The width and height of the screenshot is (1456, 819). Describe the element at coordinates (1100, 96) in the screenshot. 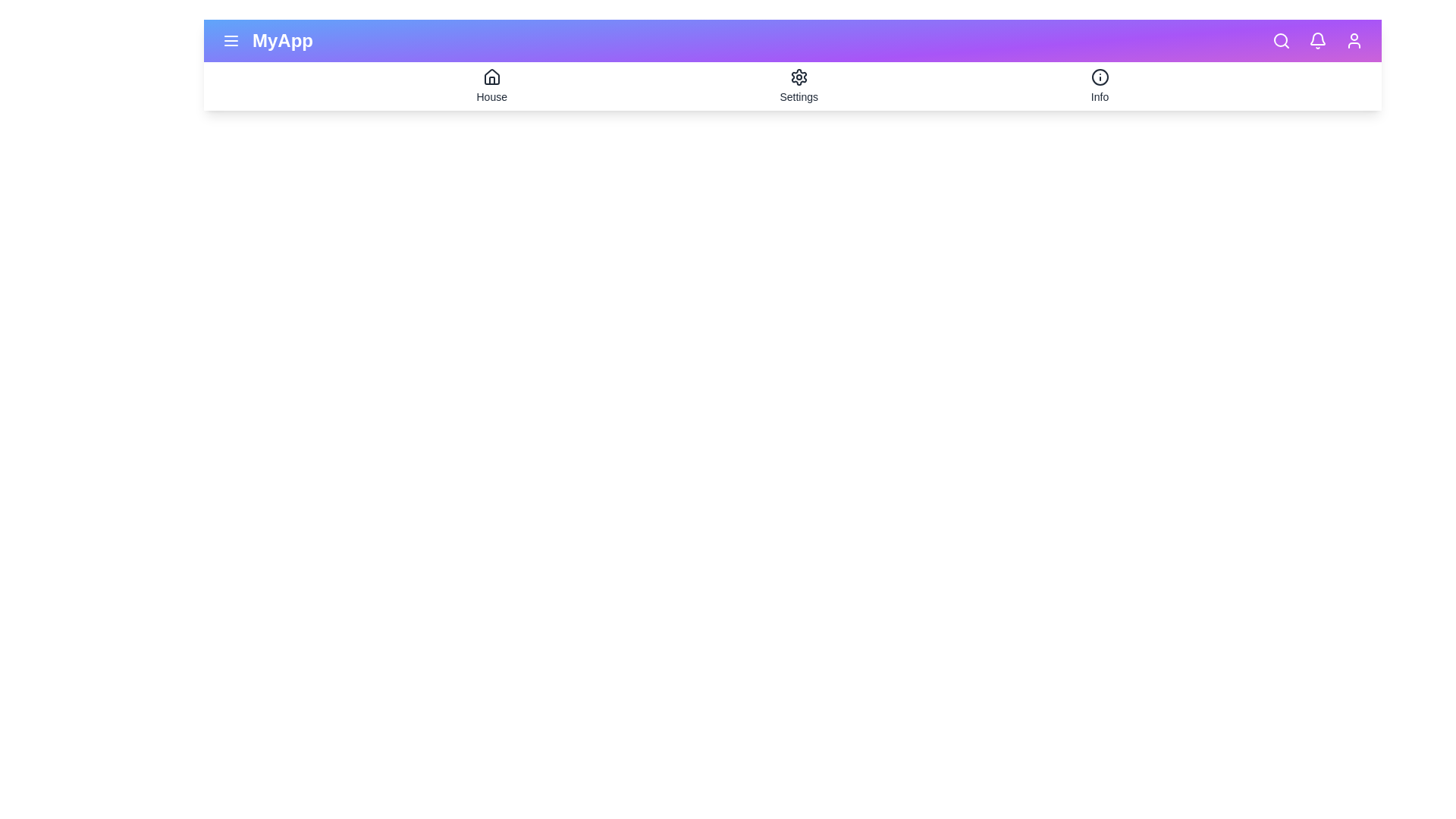

I see `the text label Info to select it` at that location.